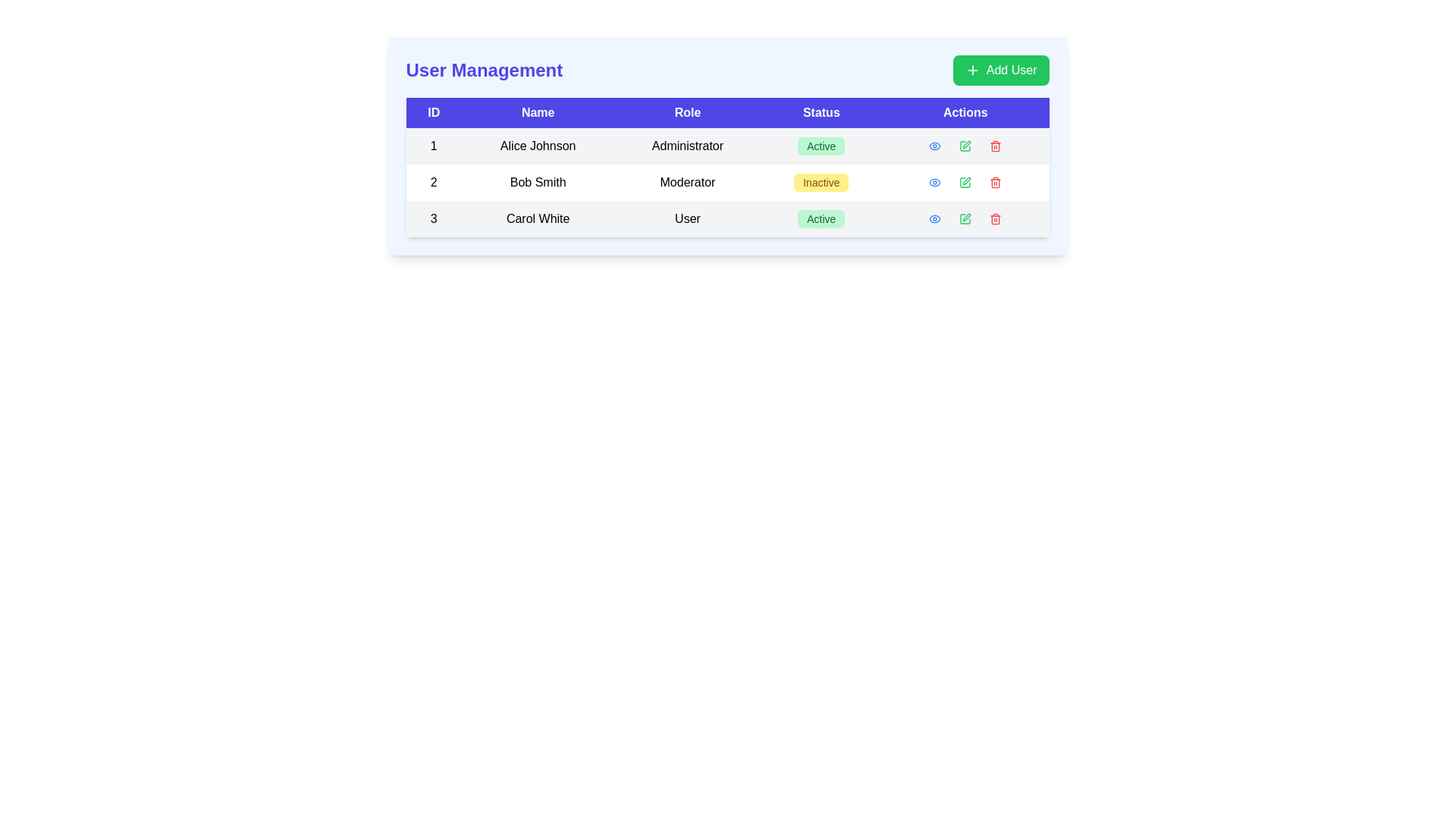 Image resolution: width=1456 pixels, height=819 pixels. I want to click on the delete button, represented by a trash icon, located in the 'Actions' column of the third row in the user management table, so click(996, 219).